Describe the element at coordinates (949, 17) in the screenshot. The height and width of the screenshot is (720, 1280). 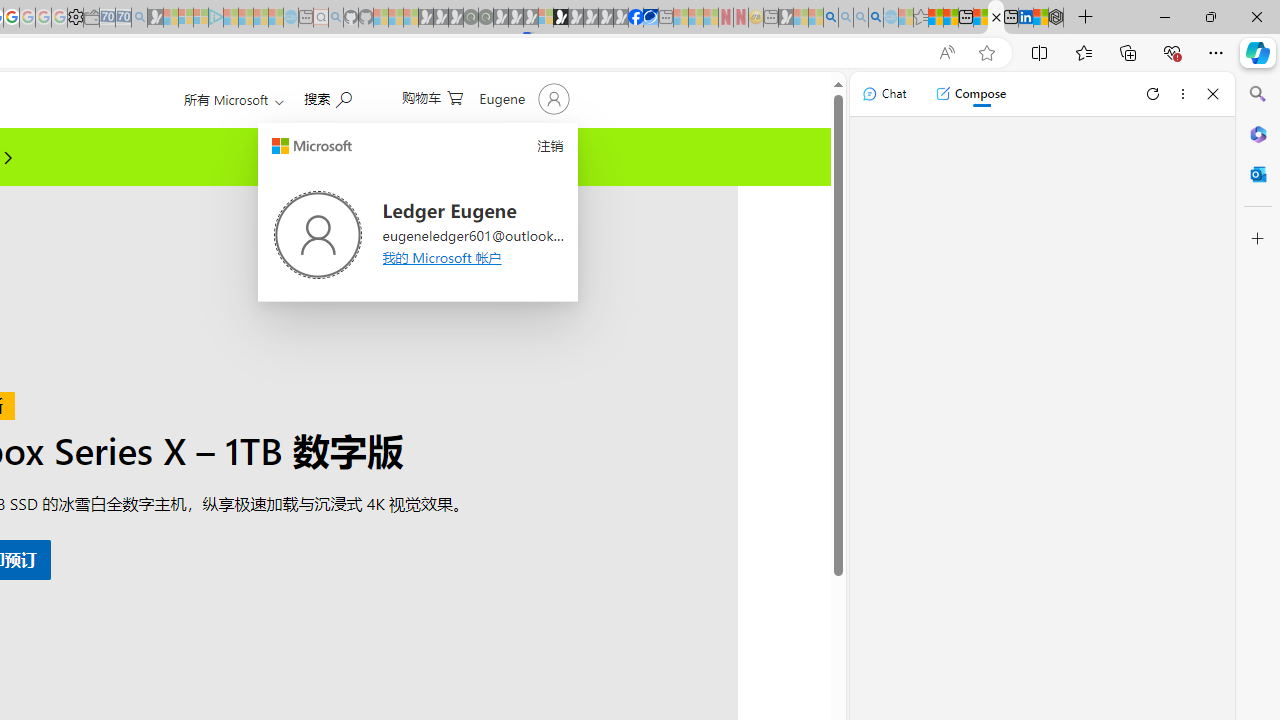
I see `'Aberdeen, Hong Kong SAR weather forecast | Microsoft Weather'` at that location.